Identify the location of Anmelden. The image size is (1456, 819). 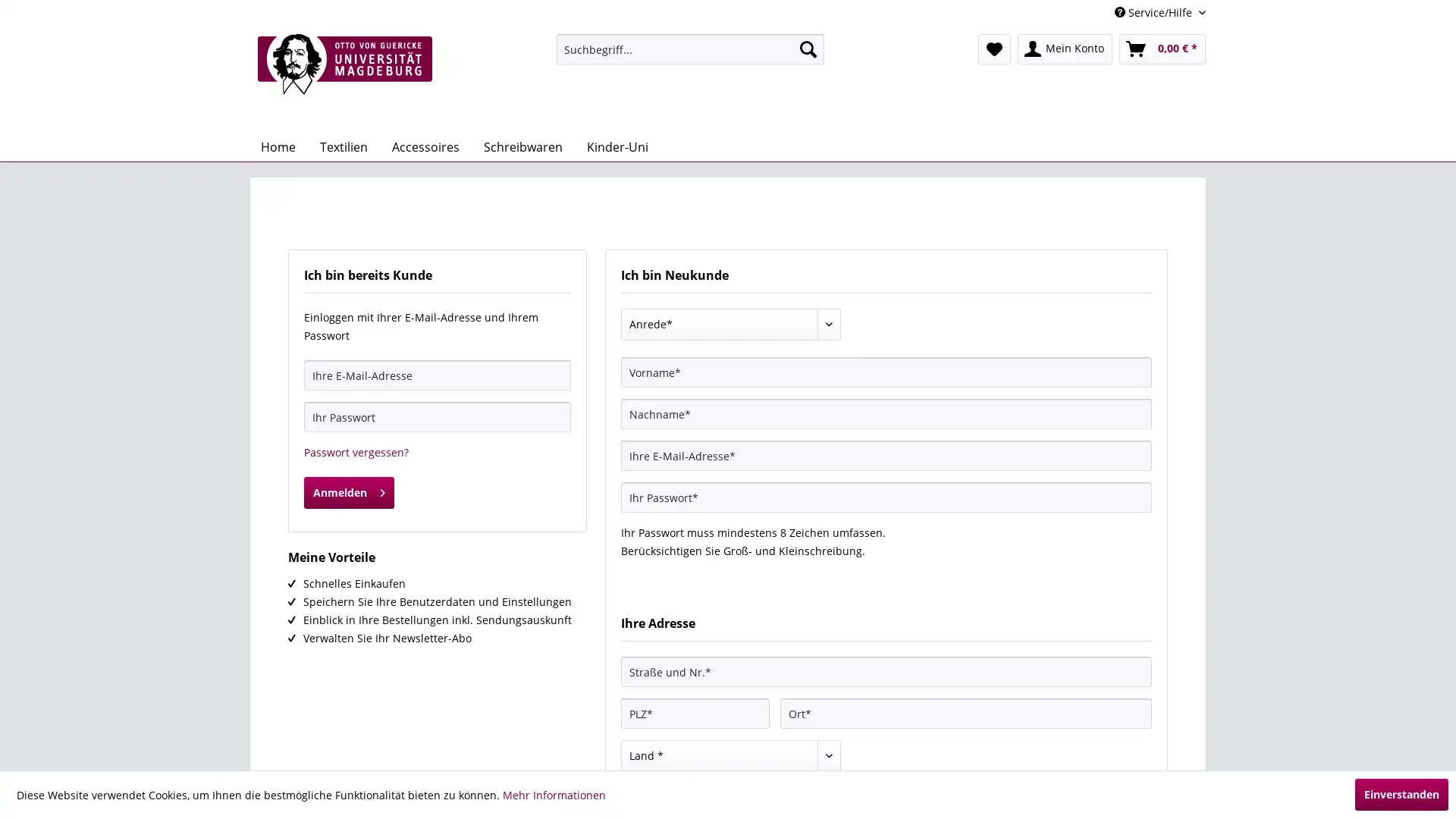
(348, 493).